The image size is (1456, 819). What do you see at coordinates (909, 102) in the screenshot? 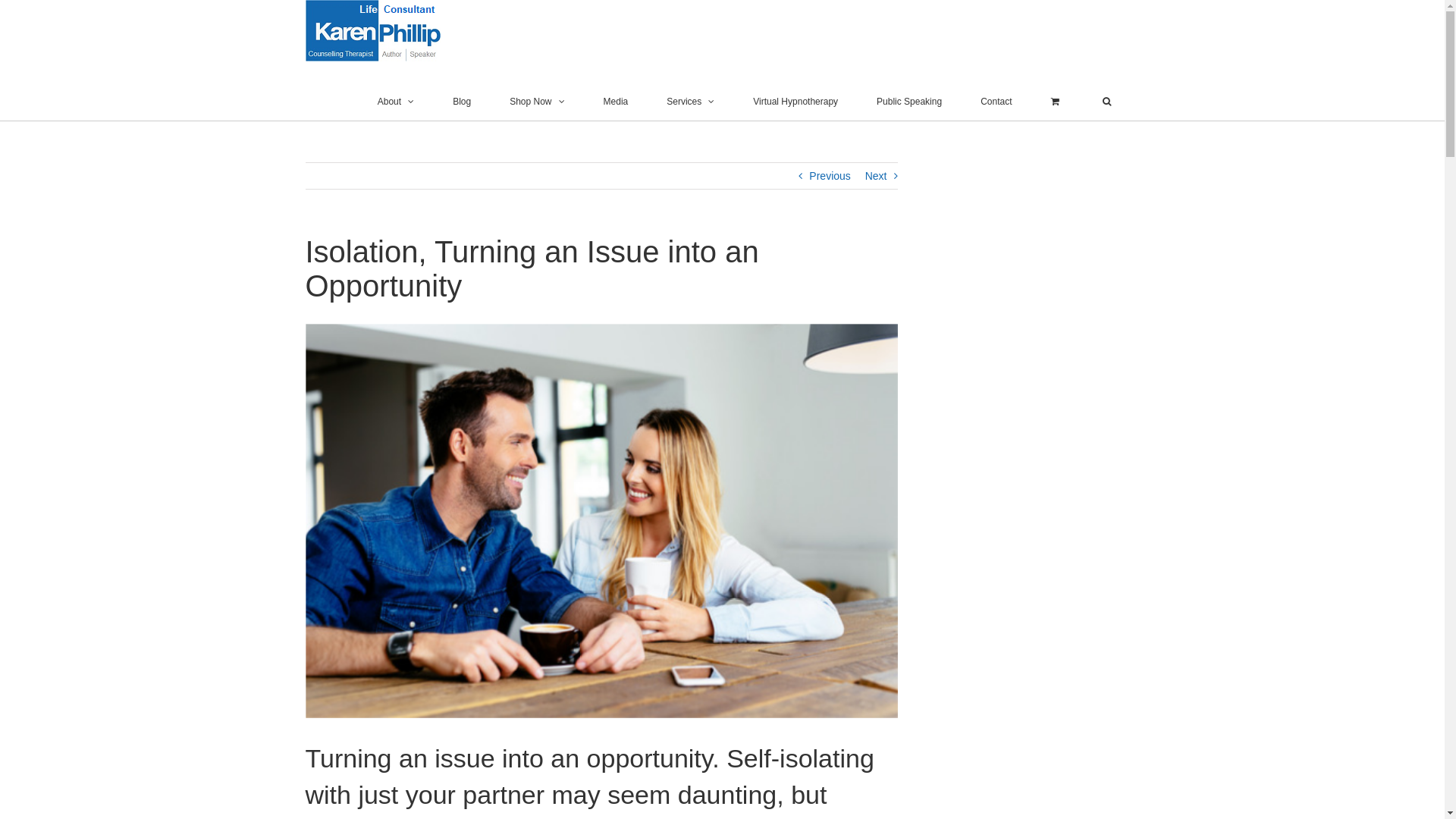
I see `'Public Speaking'` at bounding box center [909, 102].